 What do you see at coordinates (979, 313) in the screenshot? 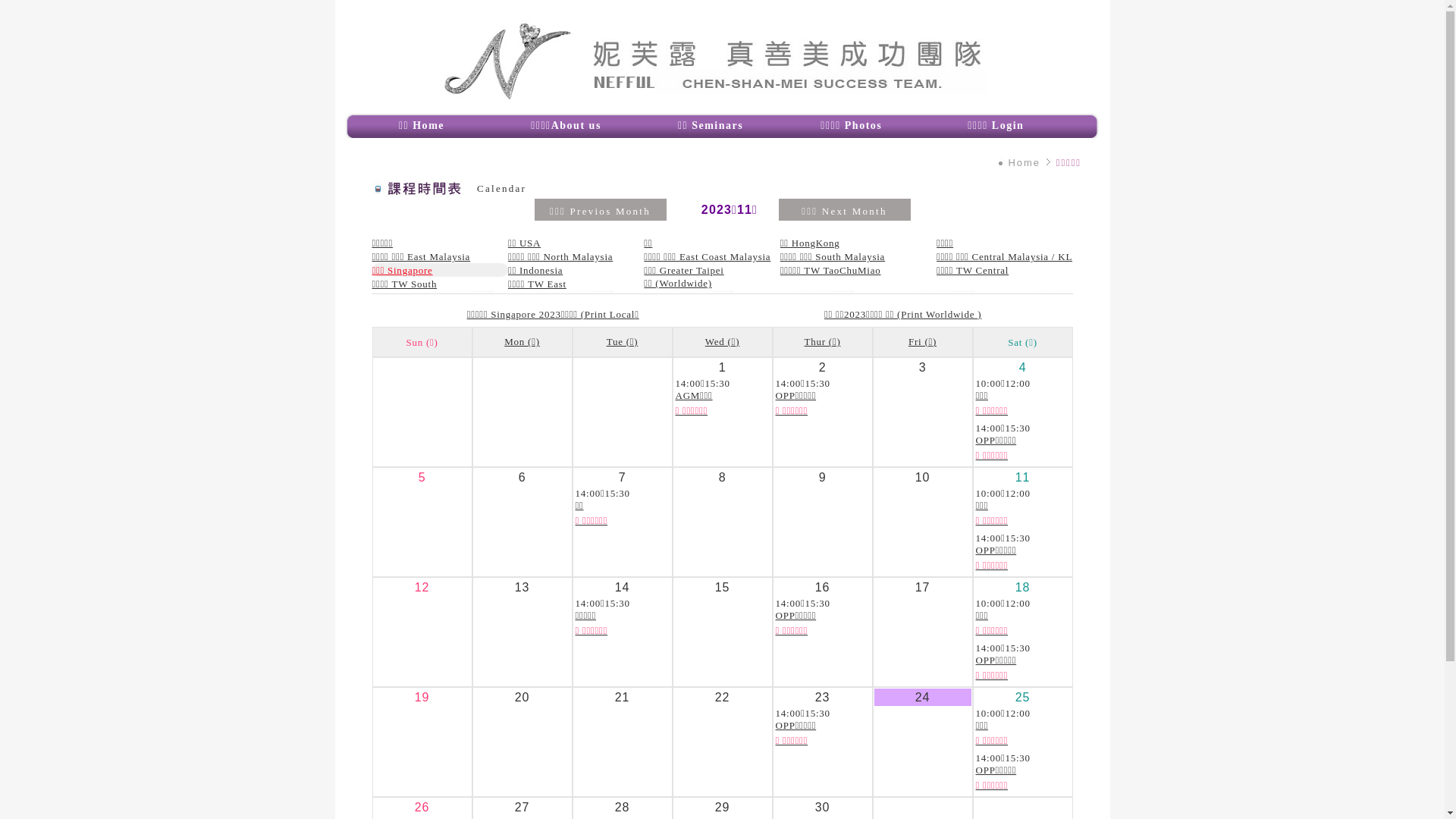
I see `')'` at bounding box center [979, 313].